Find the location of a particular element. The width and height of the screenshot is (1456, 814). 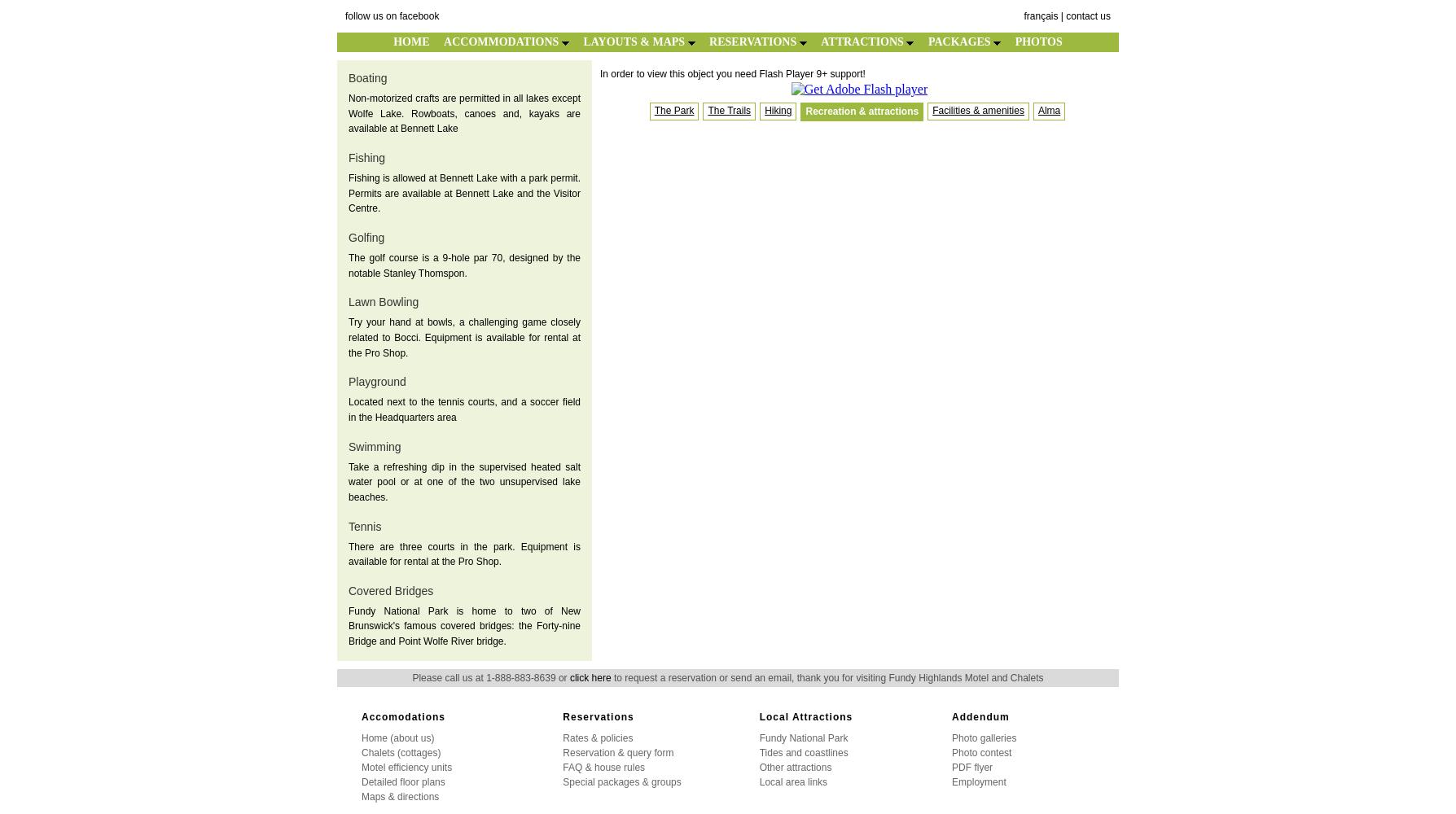

'Fishing is allowed at Bennett Lake with a  park  permit. Permits are available at Bennett Lake and the Visitor  Centre.' is located at coordinates (464, 192).